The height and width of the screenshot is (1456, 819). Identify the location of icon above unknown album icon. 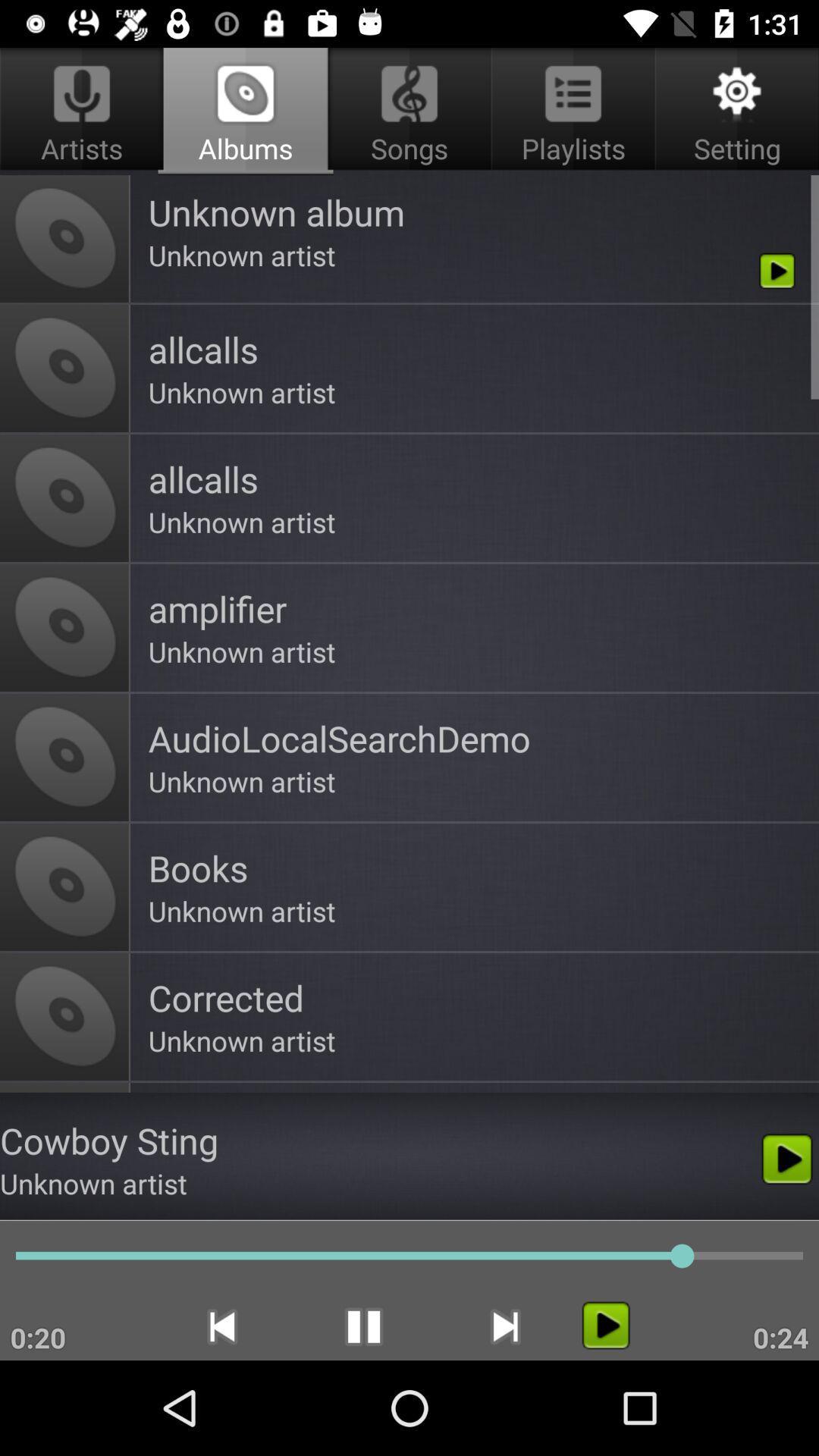
(733, 111).